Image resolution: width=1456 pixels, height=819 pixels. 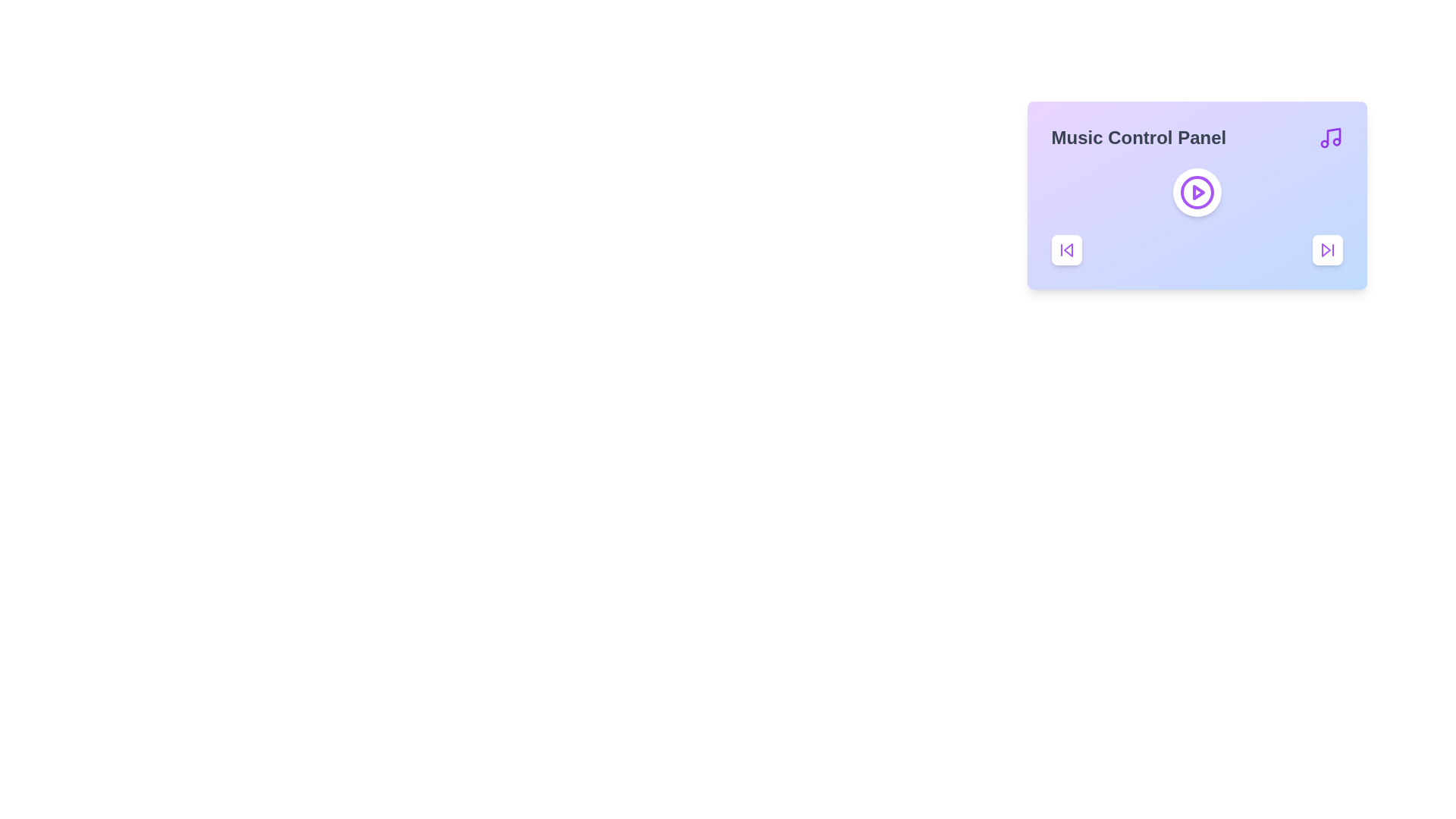 I want to click on the Play button, which is a circular icon with a purple outline and a central play button, located in the center of the Music Control Panel interface, so click(x=1196, y=192).